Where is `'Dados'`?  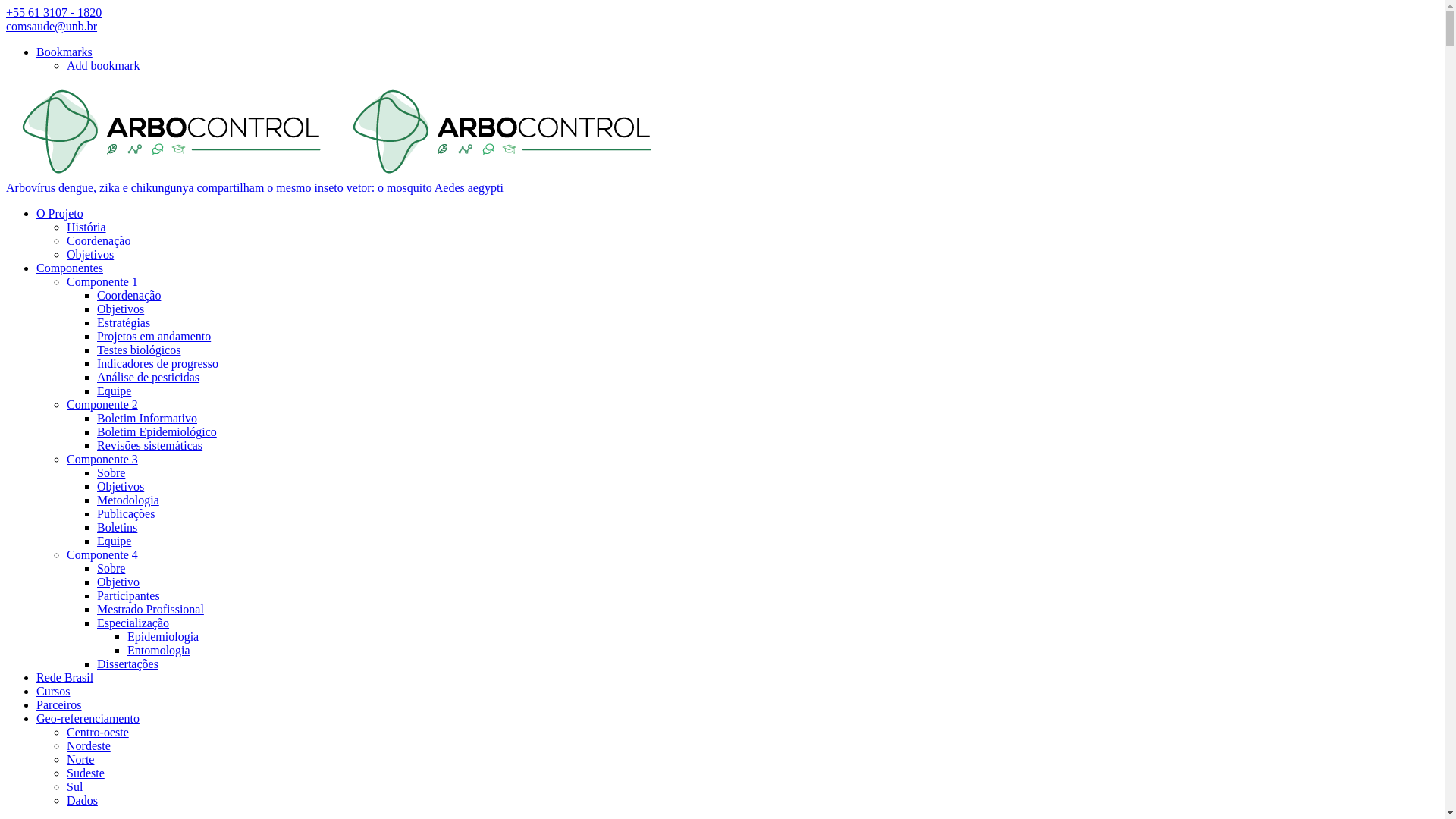 'Dados' is located at coordinates (65, 799).